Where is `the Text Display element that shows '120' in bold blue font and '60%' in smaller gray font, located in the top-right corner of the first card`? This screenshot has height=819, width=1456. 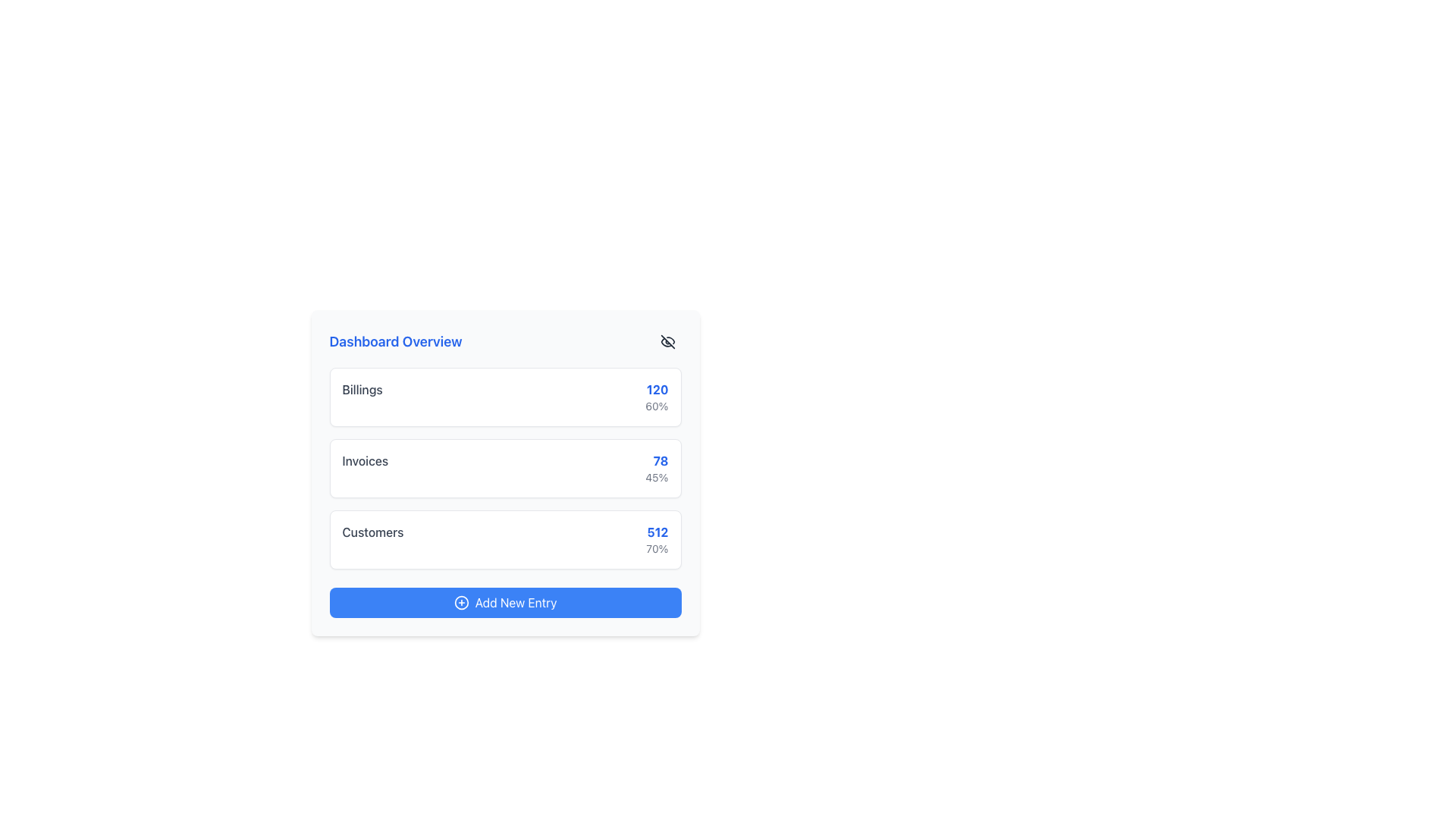
the Text Display element that shows '120' in bold blue font and '60%' in smaller gray font, located in the top-right corner of the first card is located at coordinates (657, 397).